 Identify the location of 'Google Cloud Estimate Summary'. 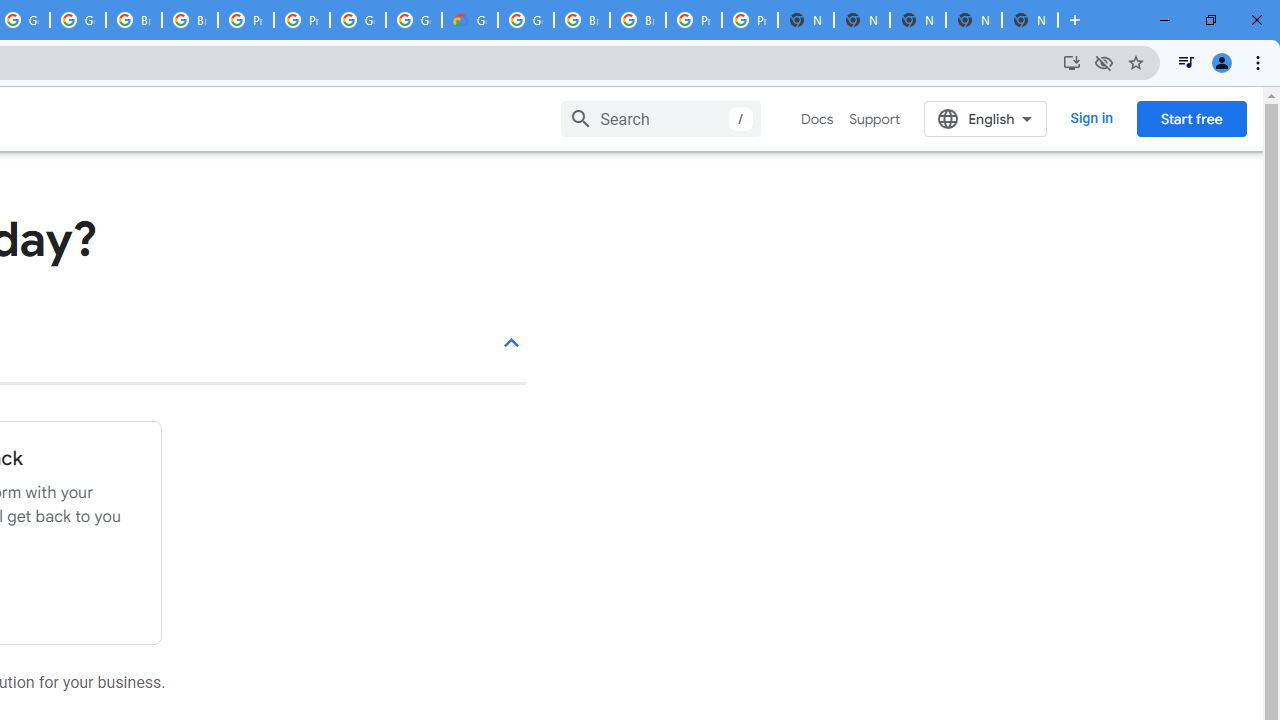
(468, 20).